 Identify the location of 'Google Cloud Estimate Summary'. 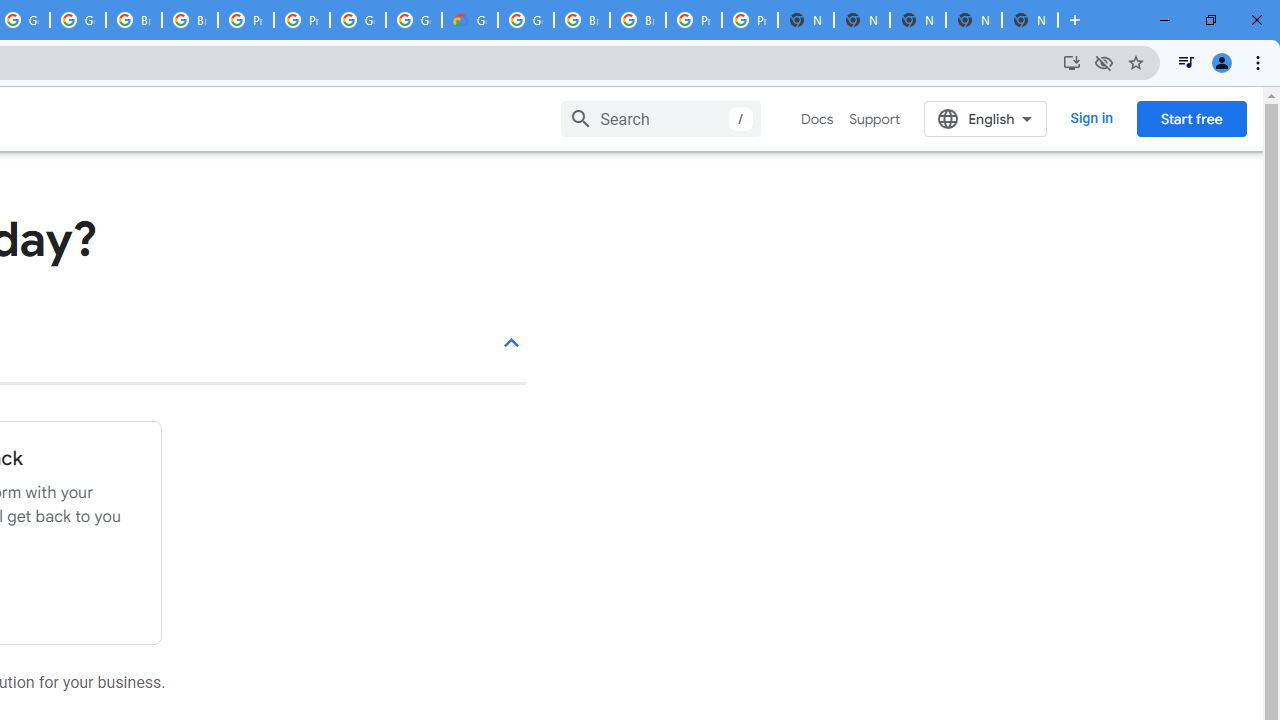
(468, 20).